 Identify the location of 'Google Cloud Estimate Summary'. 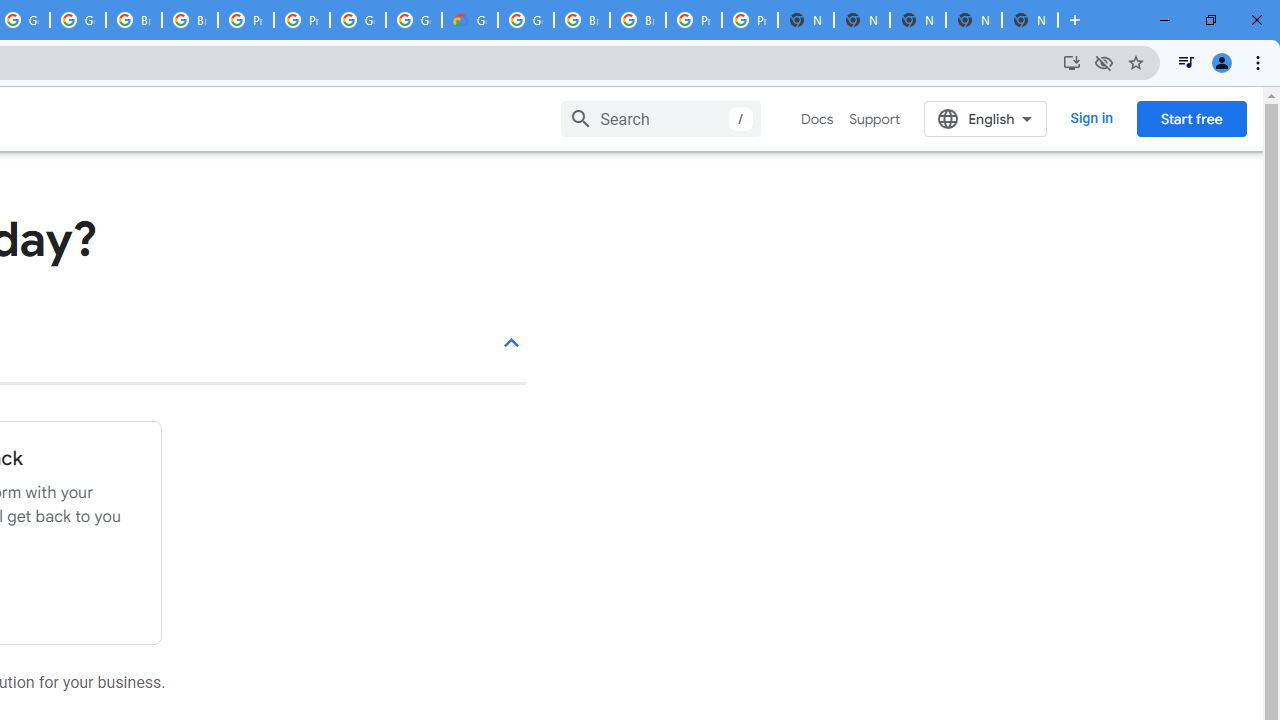
(468, 20).